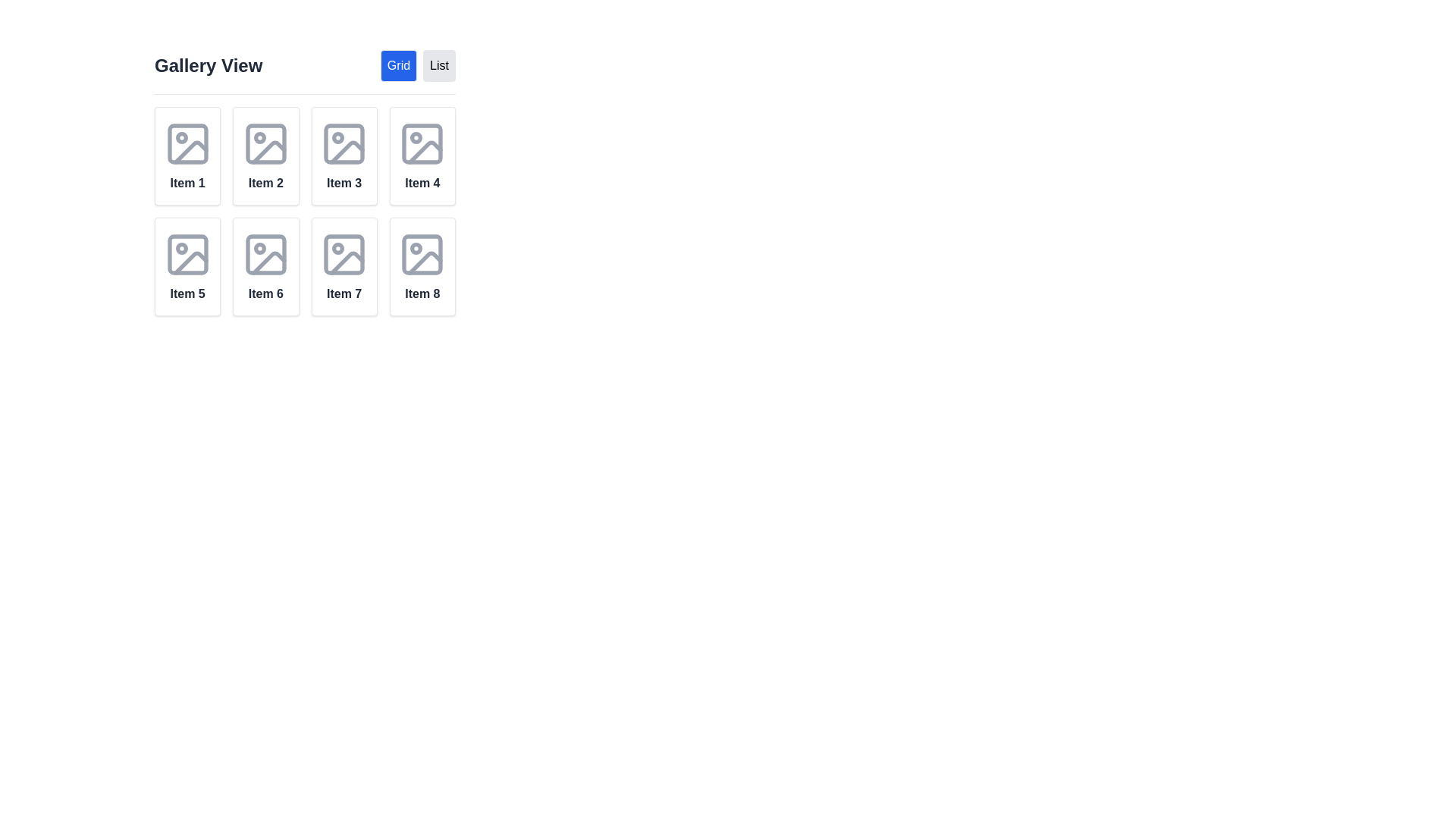 This screenshot has height=819, width=1456. I want to click on the small rectangle in the lower right corner of the 'Item 7' image icon, which has slightly rounded corners and is part of a gallery item representation, so click(344, 253).